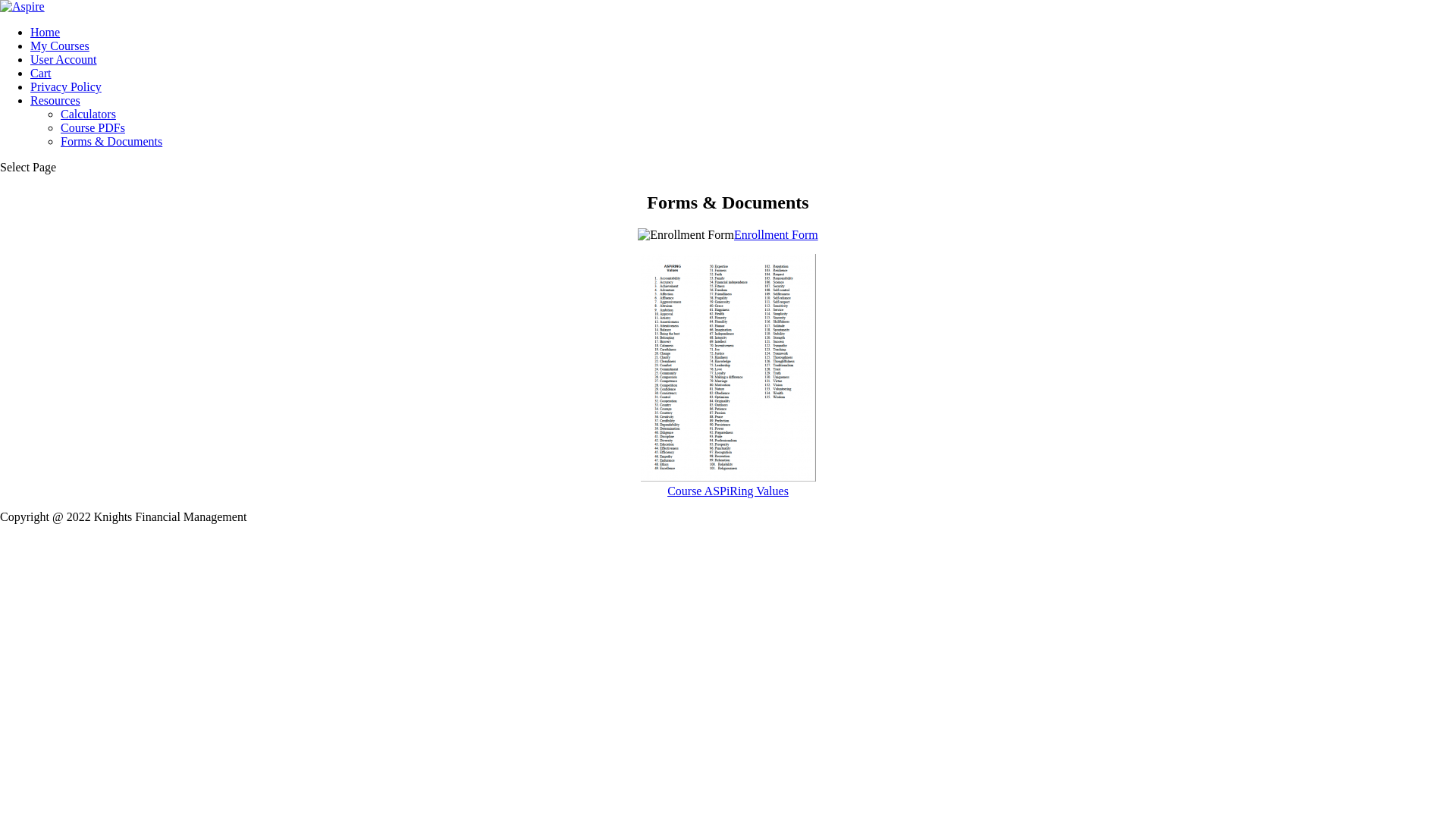 The width and height of the screenshot is (1456, 819). I want to click on 'Enrollment Form', so click(776, 234).